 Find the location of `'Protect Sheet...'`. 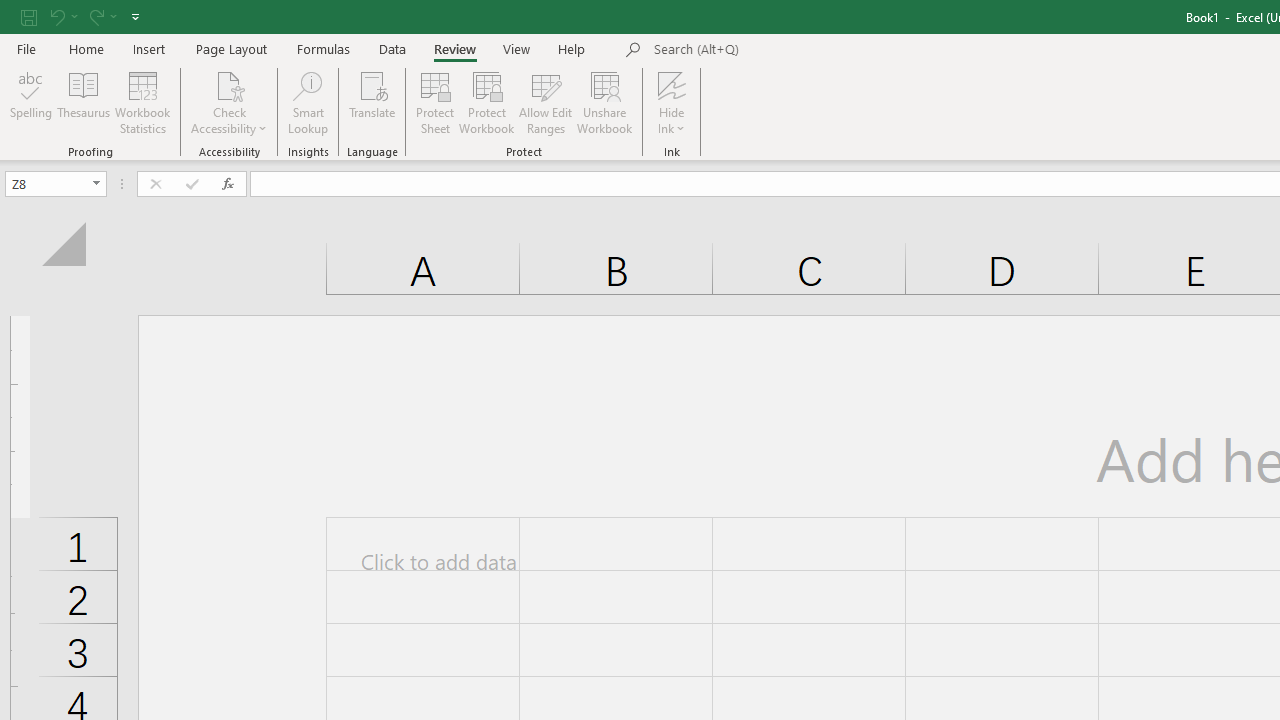

'Protect Sheet...' is located at coordinates (434, 103).